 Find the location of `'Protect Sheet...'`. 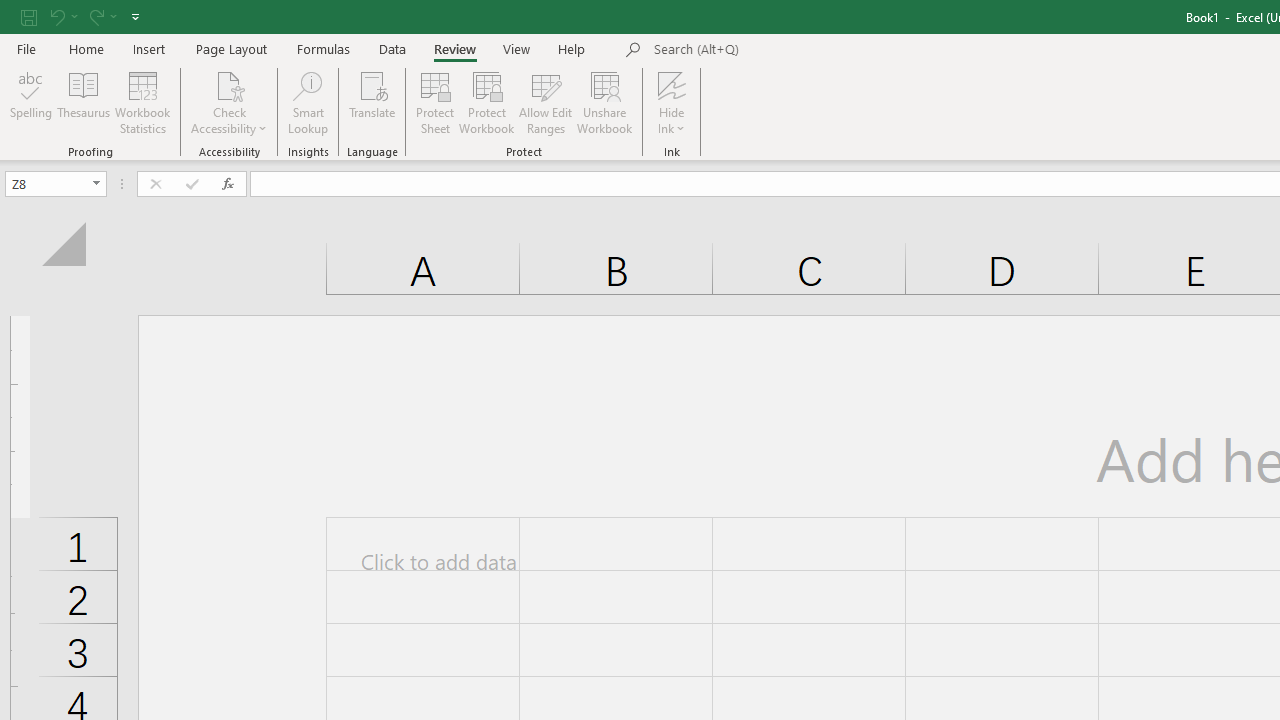

'Protect Sheet...' is located at coordinates (434, 103).